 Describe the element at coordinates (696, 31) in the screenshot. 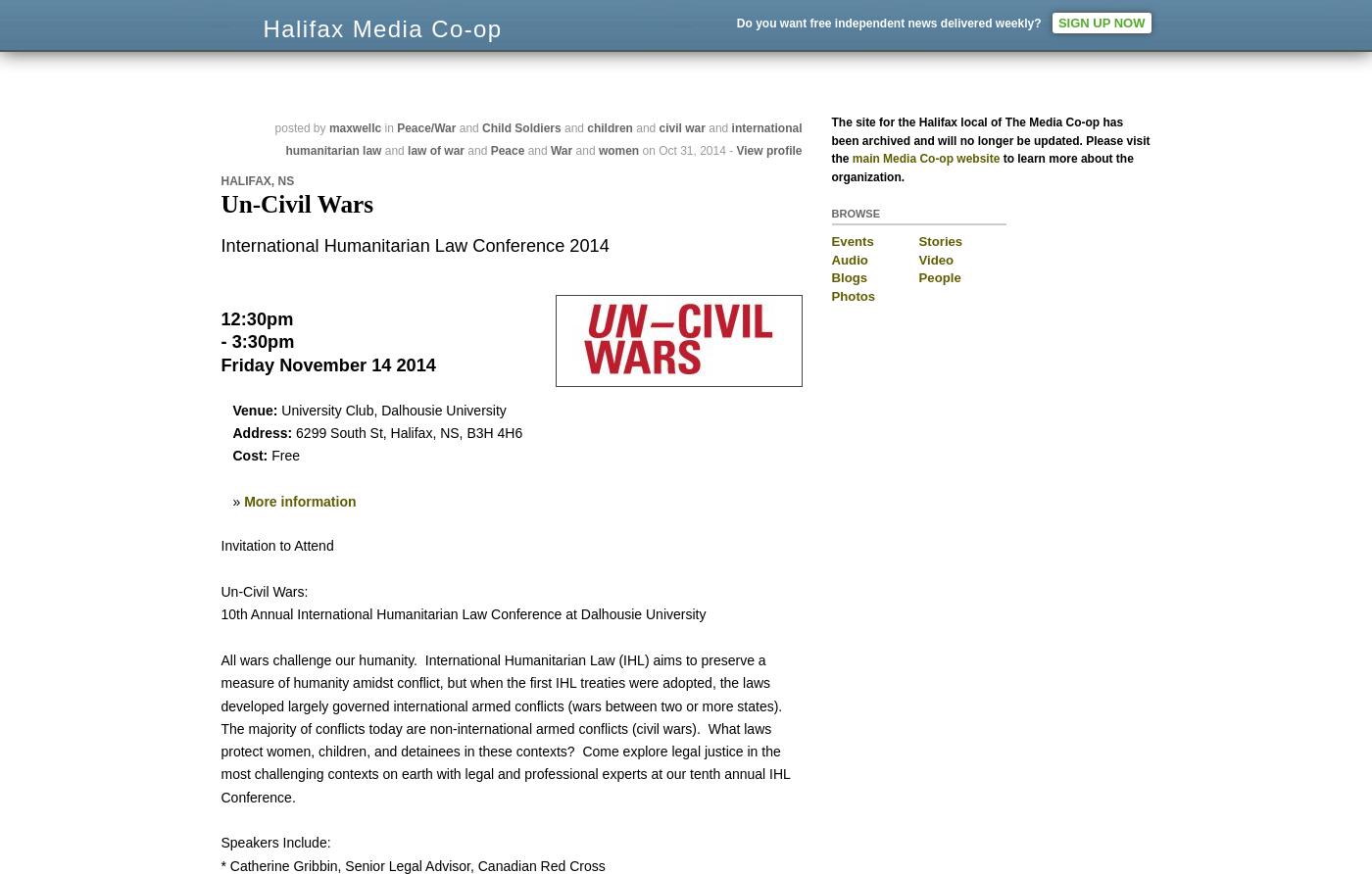

I see `'The network:'` at that location.